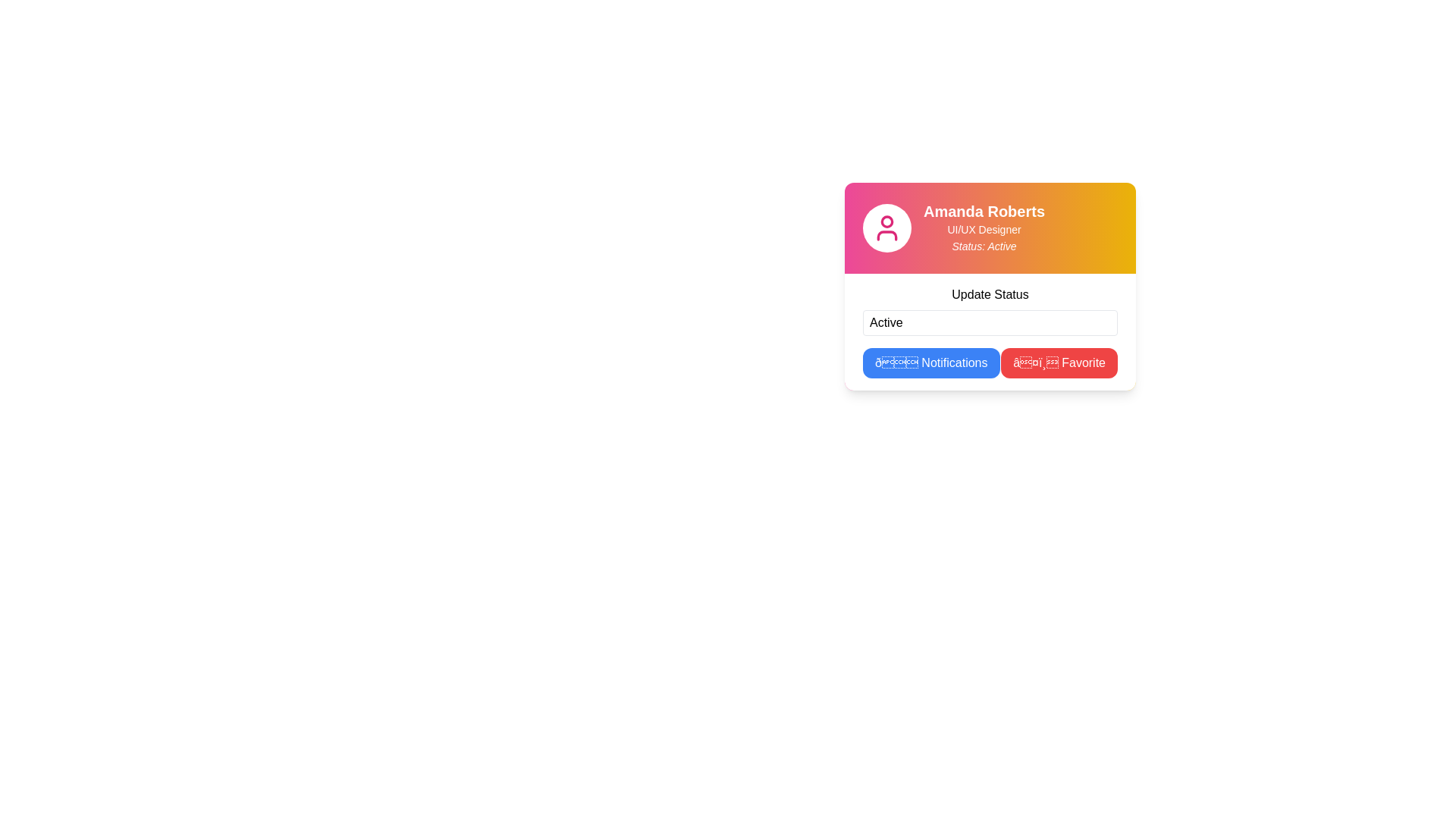 The image size is (1456, 819). I want to click on the user's profile image button located at the top-left corner of the card, so click(887, 227).